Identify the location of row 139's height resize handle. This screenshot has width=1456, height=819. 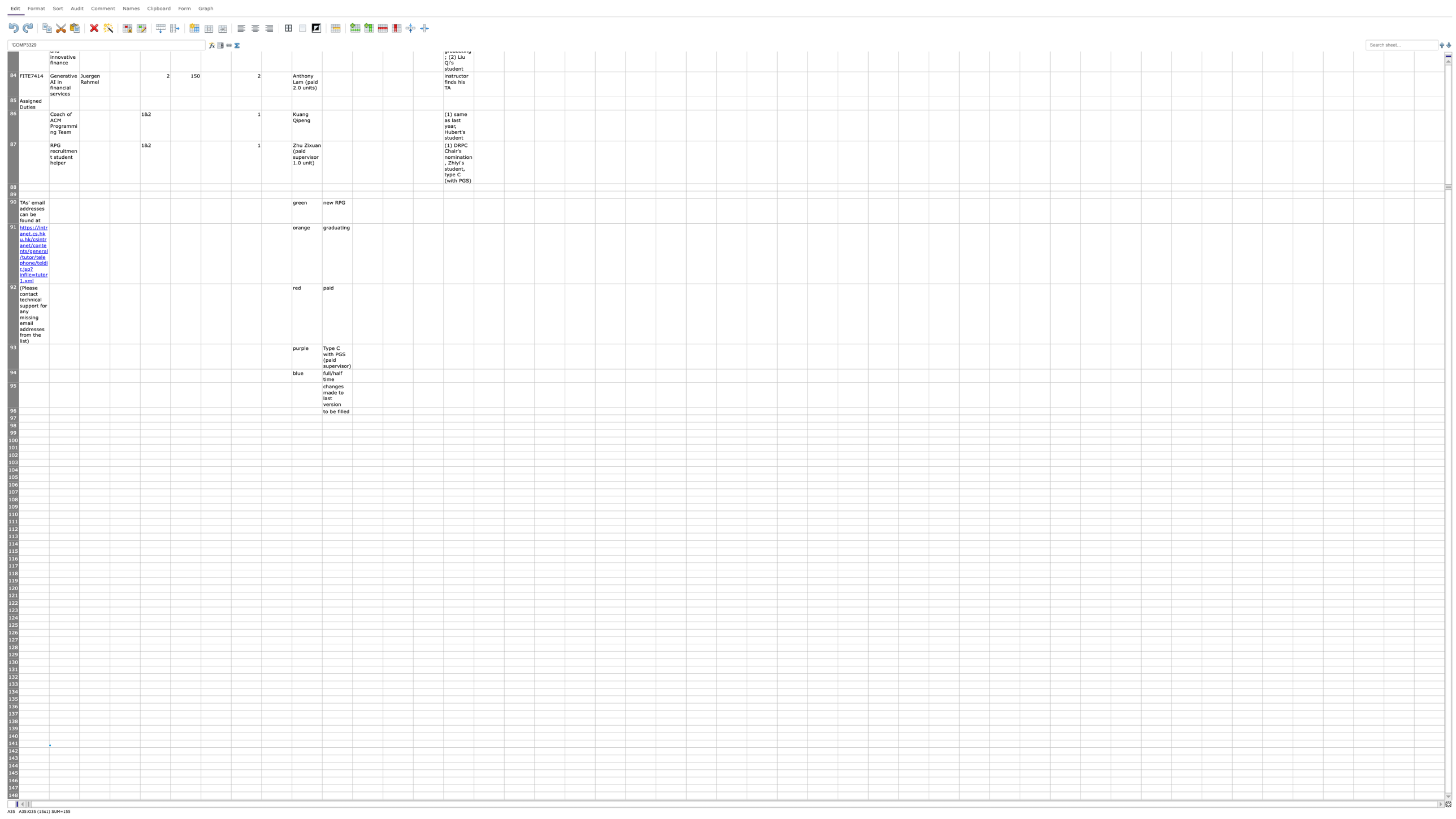
(13, 732).